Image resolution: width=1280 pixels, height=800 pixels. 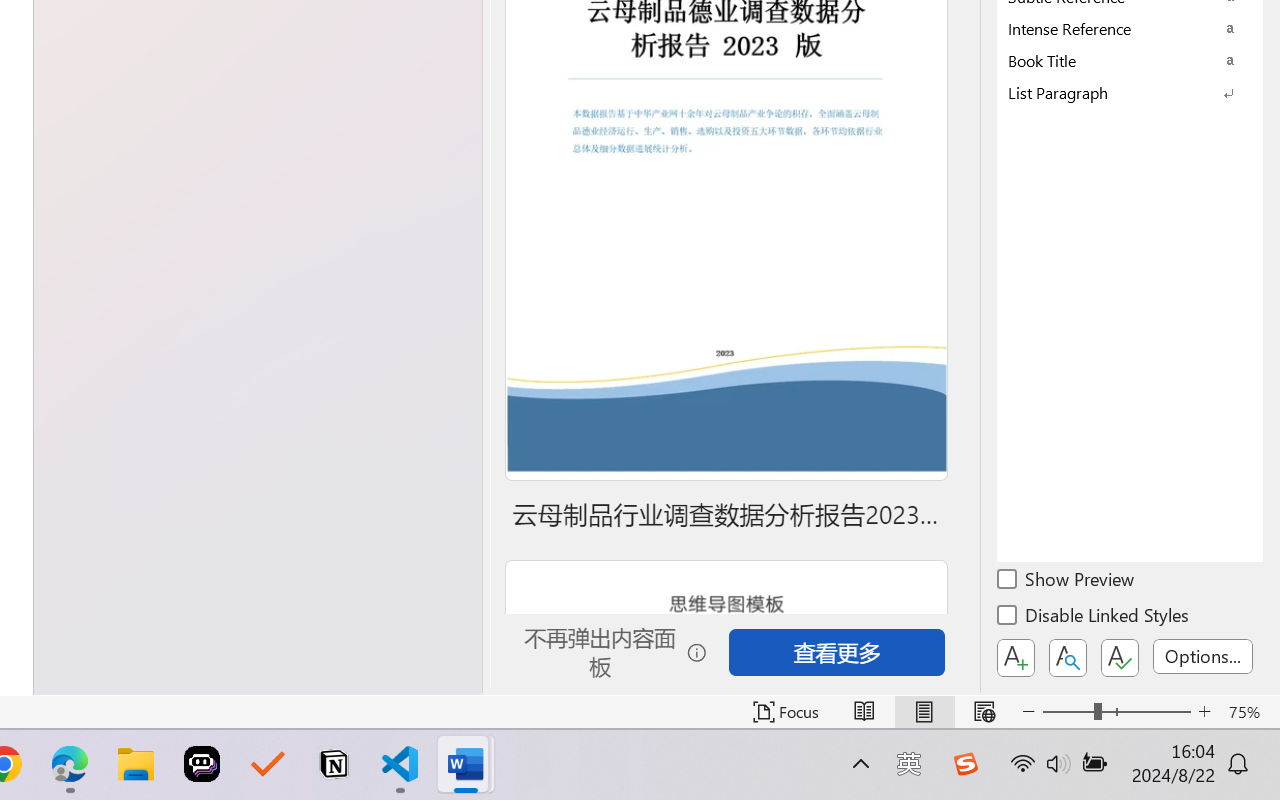 I want to click on 'Web Layout', so click(x=984, y=711).